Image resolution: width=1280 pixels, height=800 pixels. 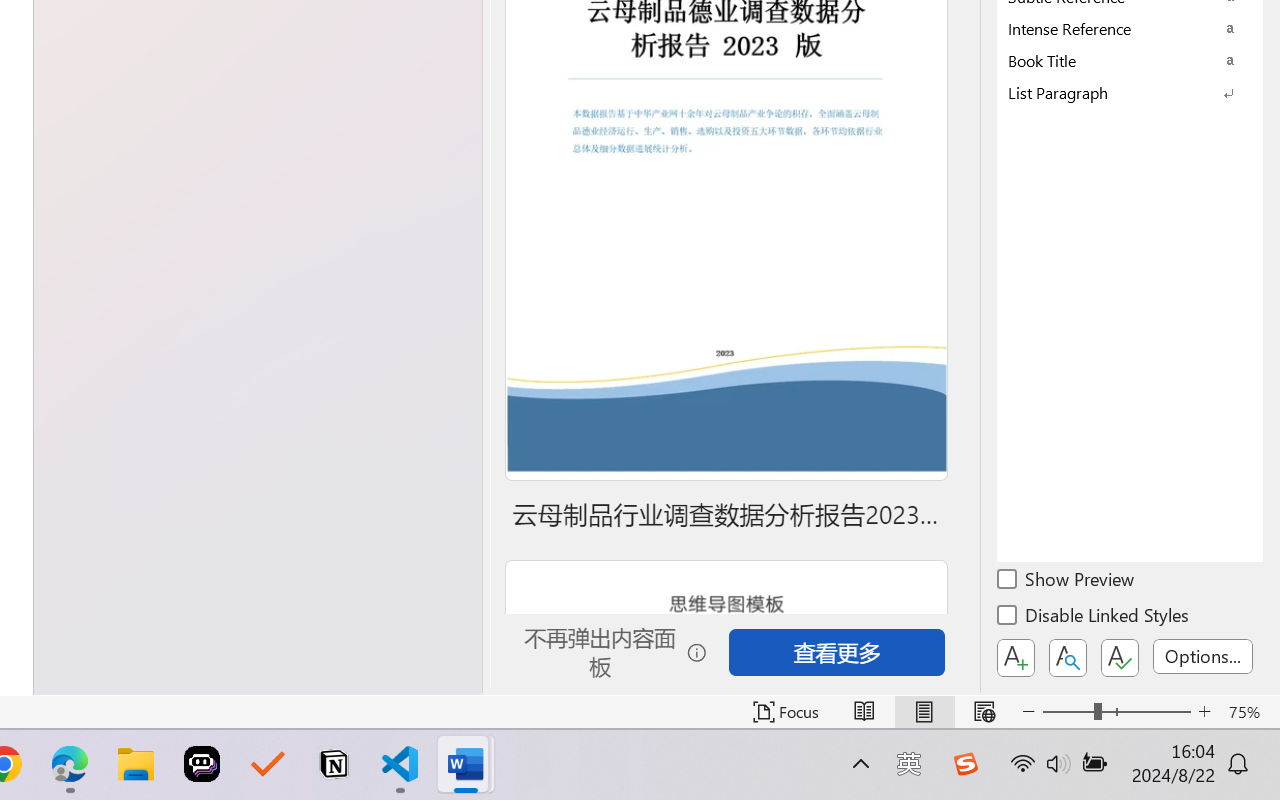 I want to click on 'Web Layout', so click(x=984, y=711).